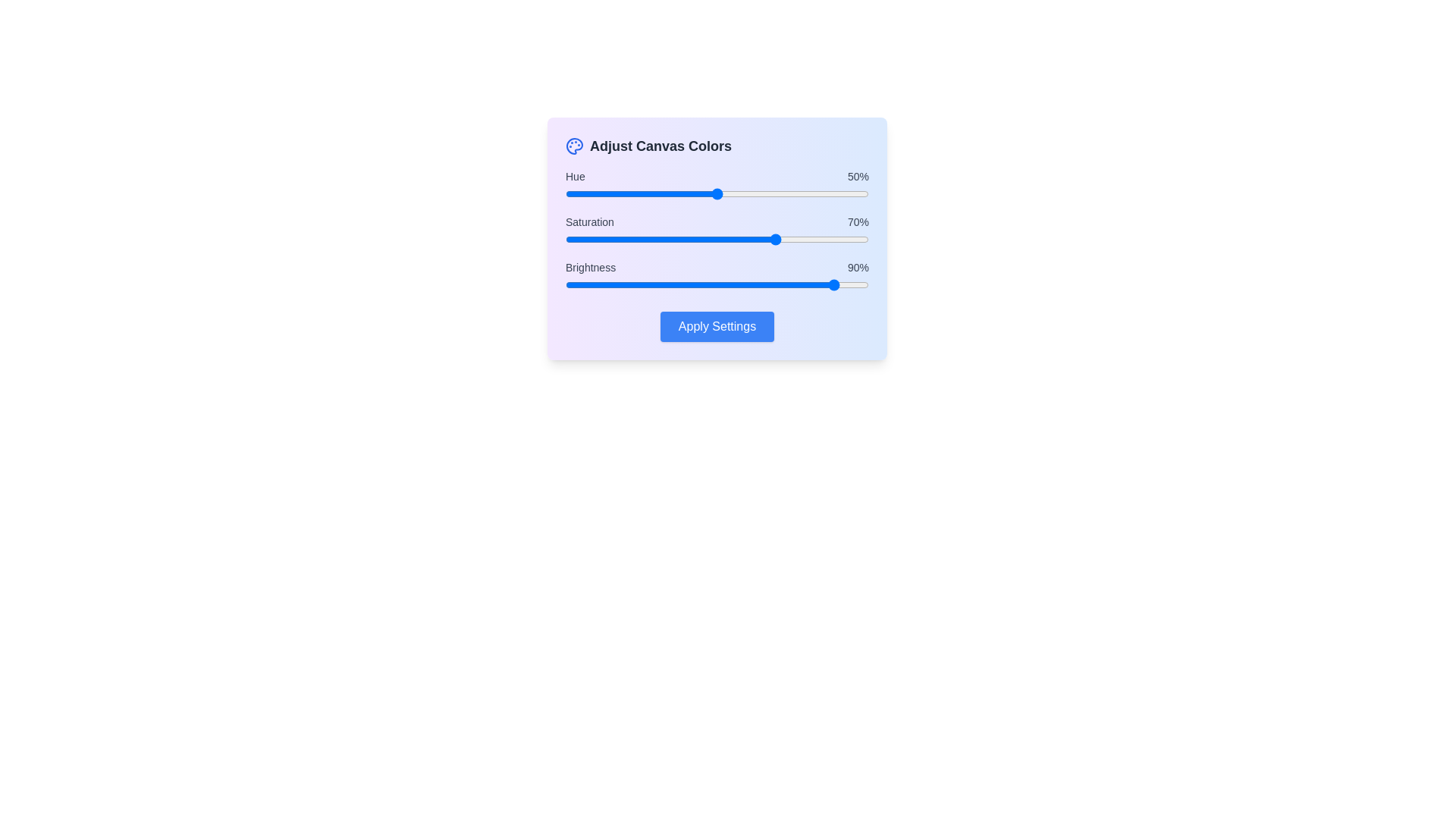 This screenshot has height=819, width=1456. I want to click on the 'Apply Settings' button to apply the current color settings, so click(716, 326).